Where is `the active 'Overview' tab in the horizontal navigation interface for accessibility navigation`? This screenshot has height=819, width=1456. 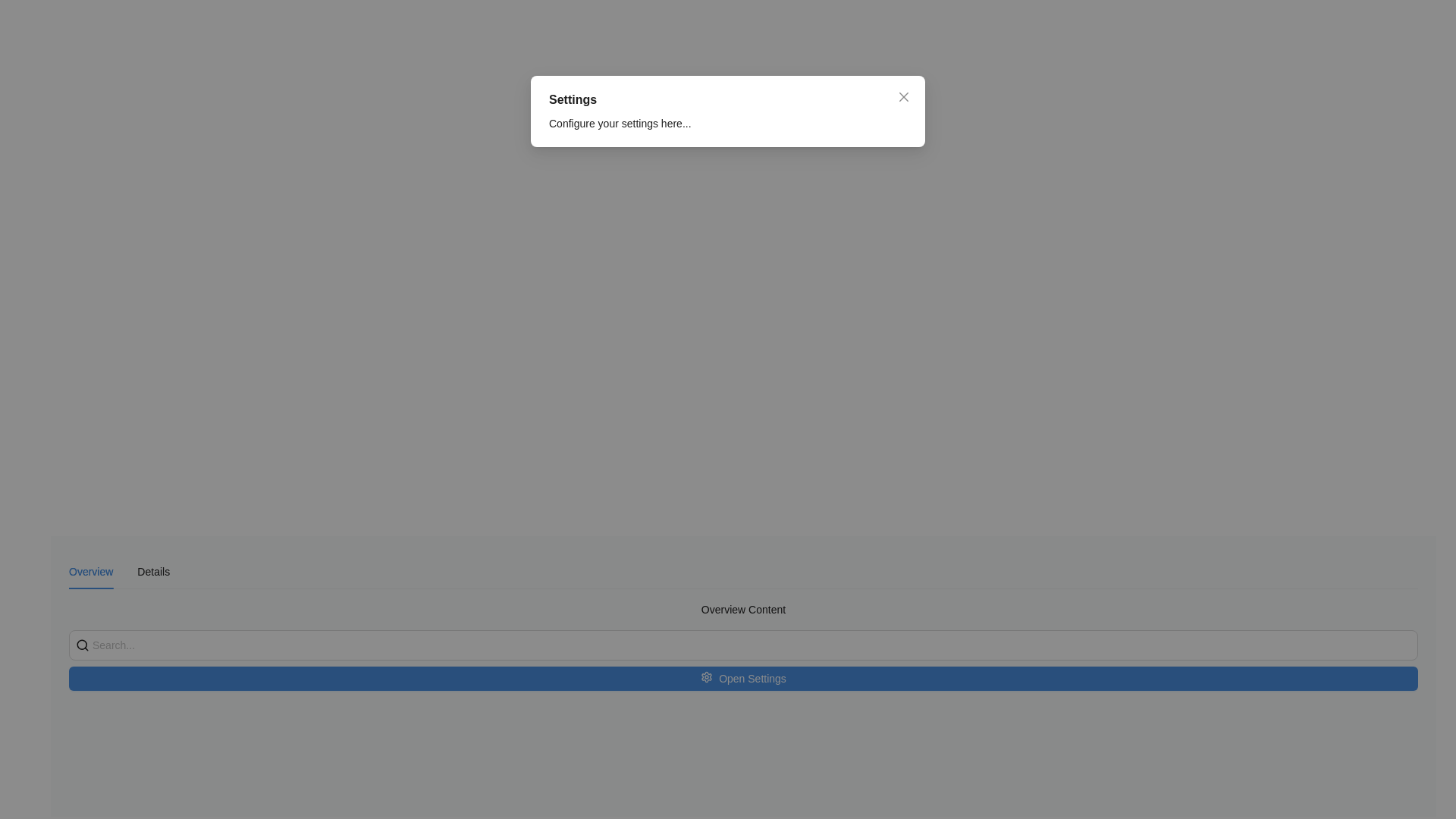
the active 'Overview' tab in the horizontal navigation interface for accessibility navigation is located at coordinates (90, 571).